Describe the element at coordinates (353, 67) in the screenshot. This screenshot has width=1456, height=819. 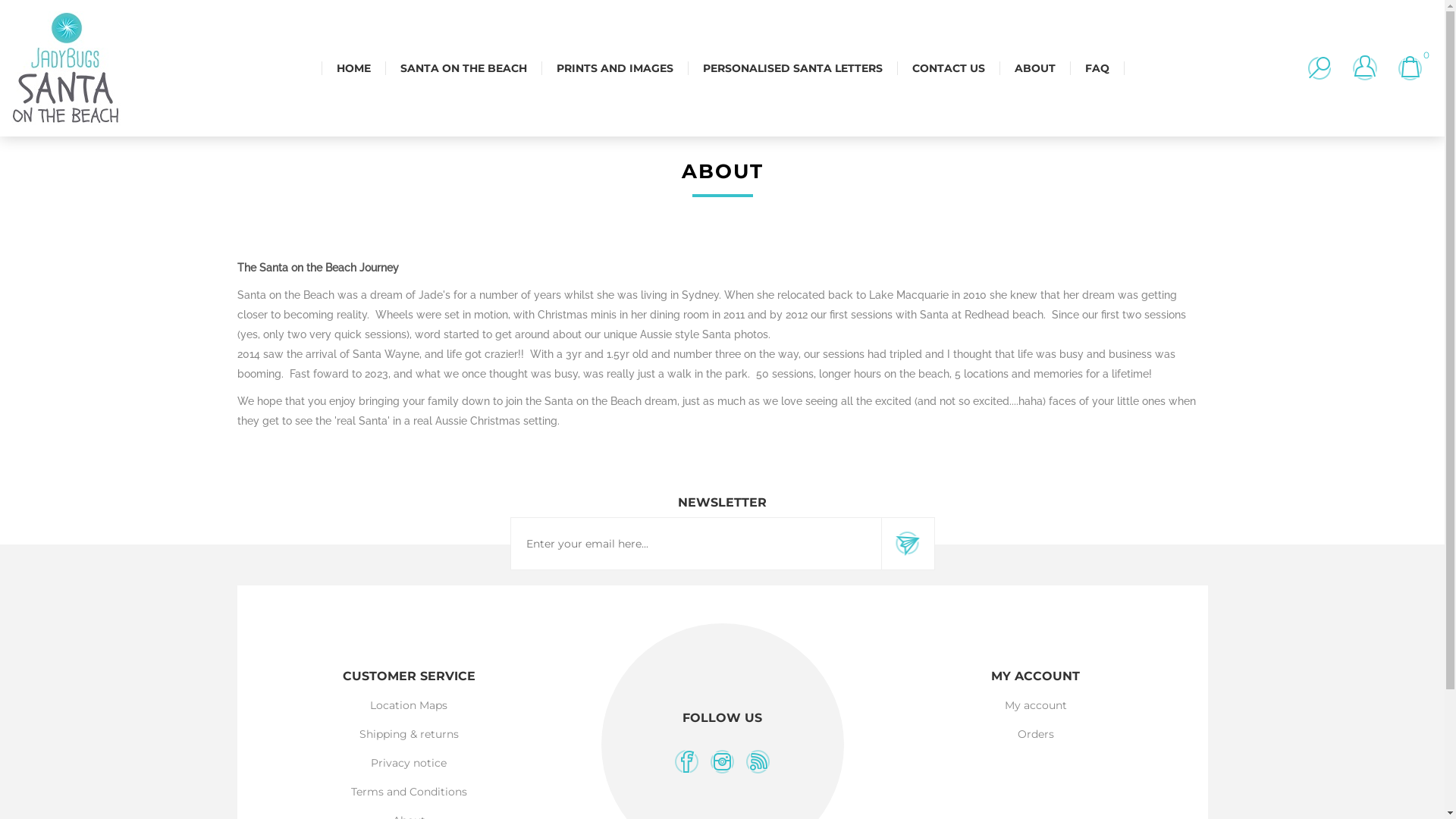
I see `'HOME'` at that location.